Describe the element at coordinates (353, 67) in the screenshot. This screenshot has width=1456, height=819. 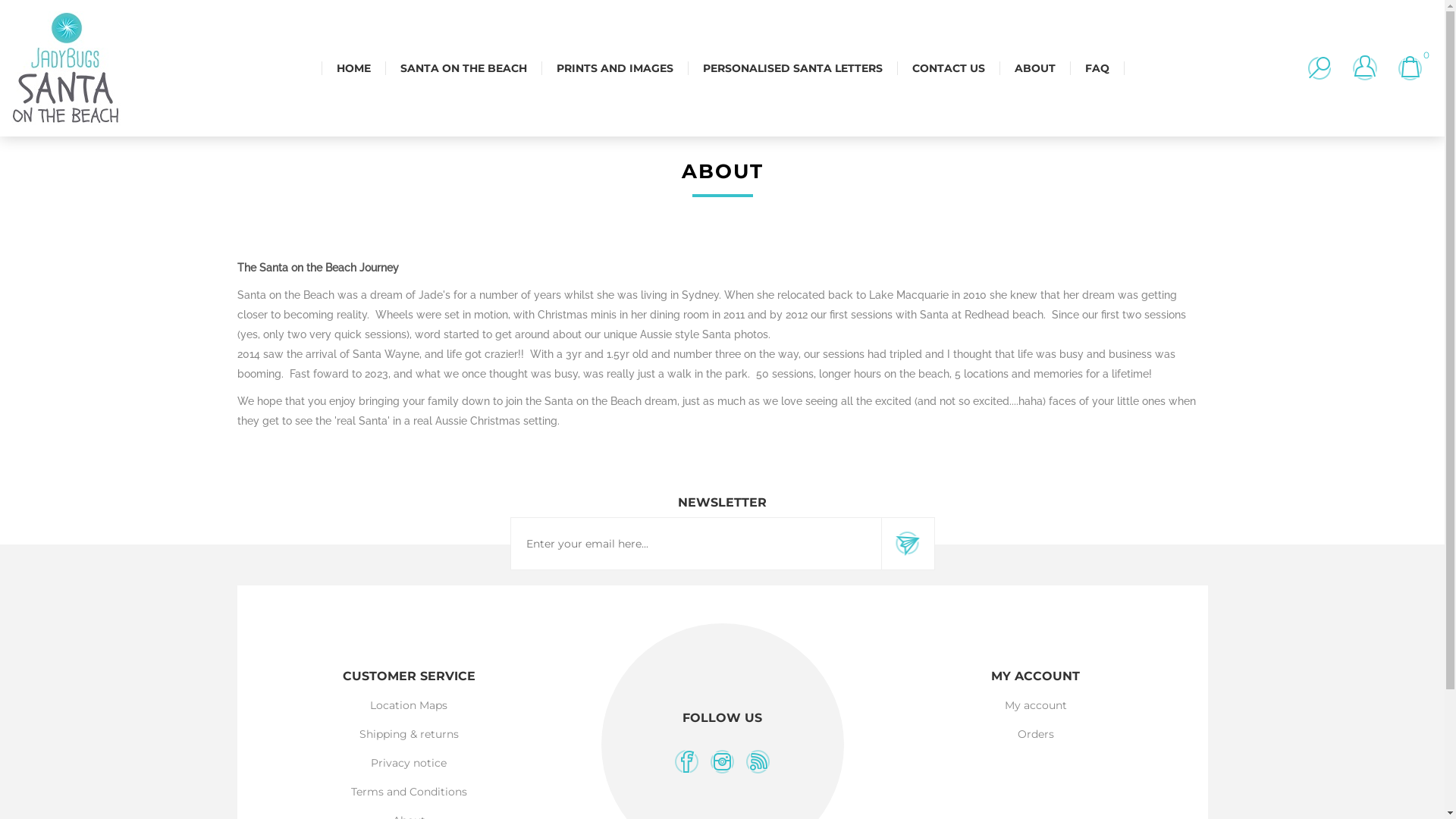
I see `'HOME'` at that location.